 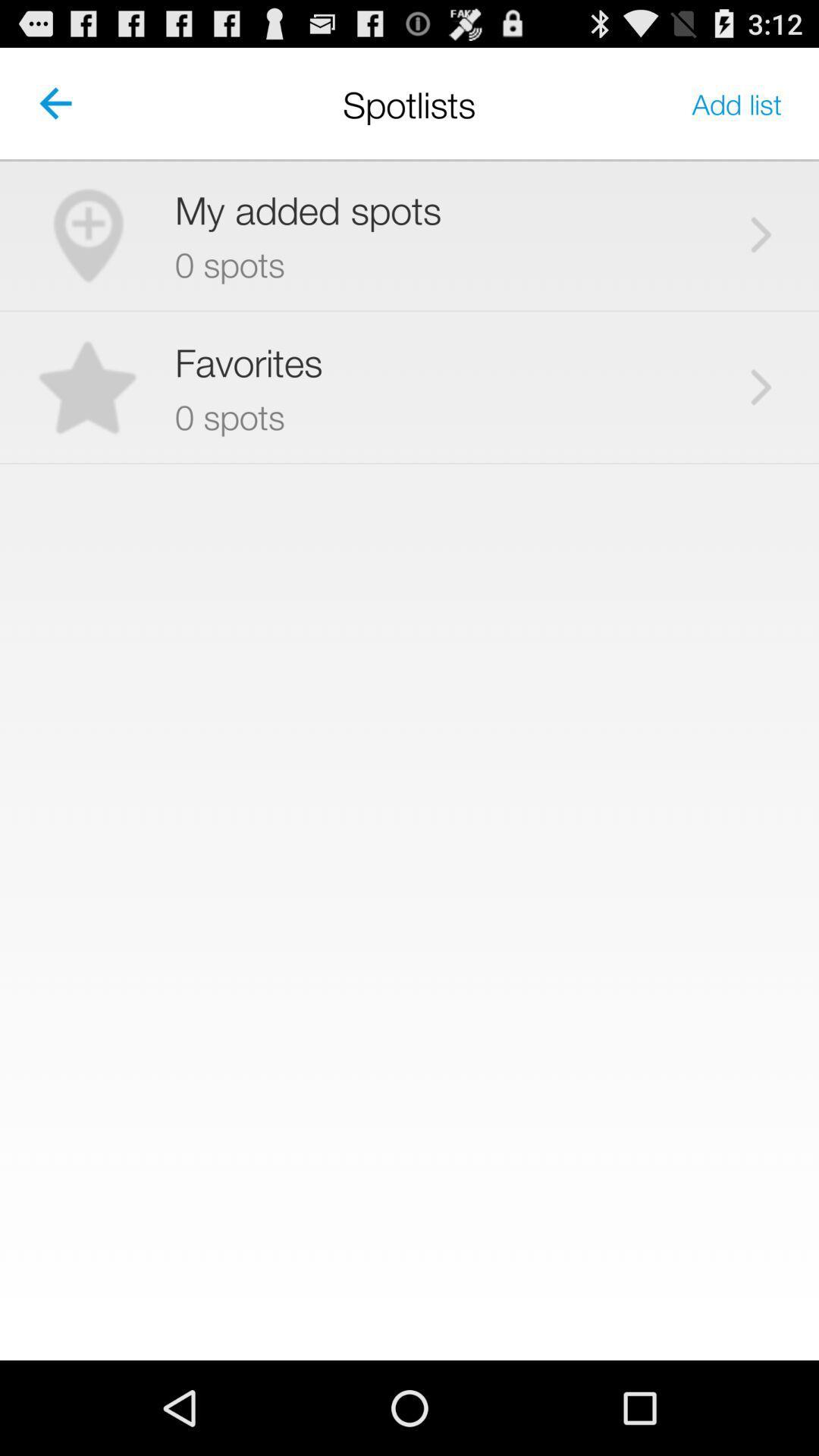 I want to click on the item next to spotlists icon, so click(x=736, y=102).